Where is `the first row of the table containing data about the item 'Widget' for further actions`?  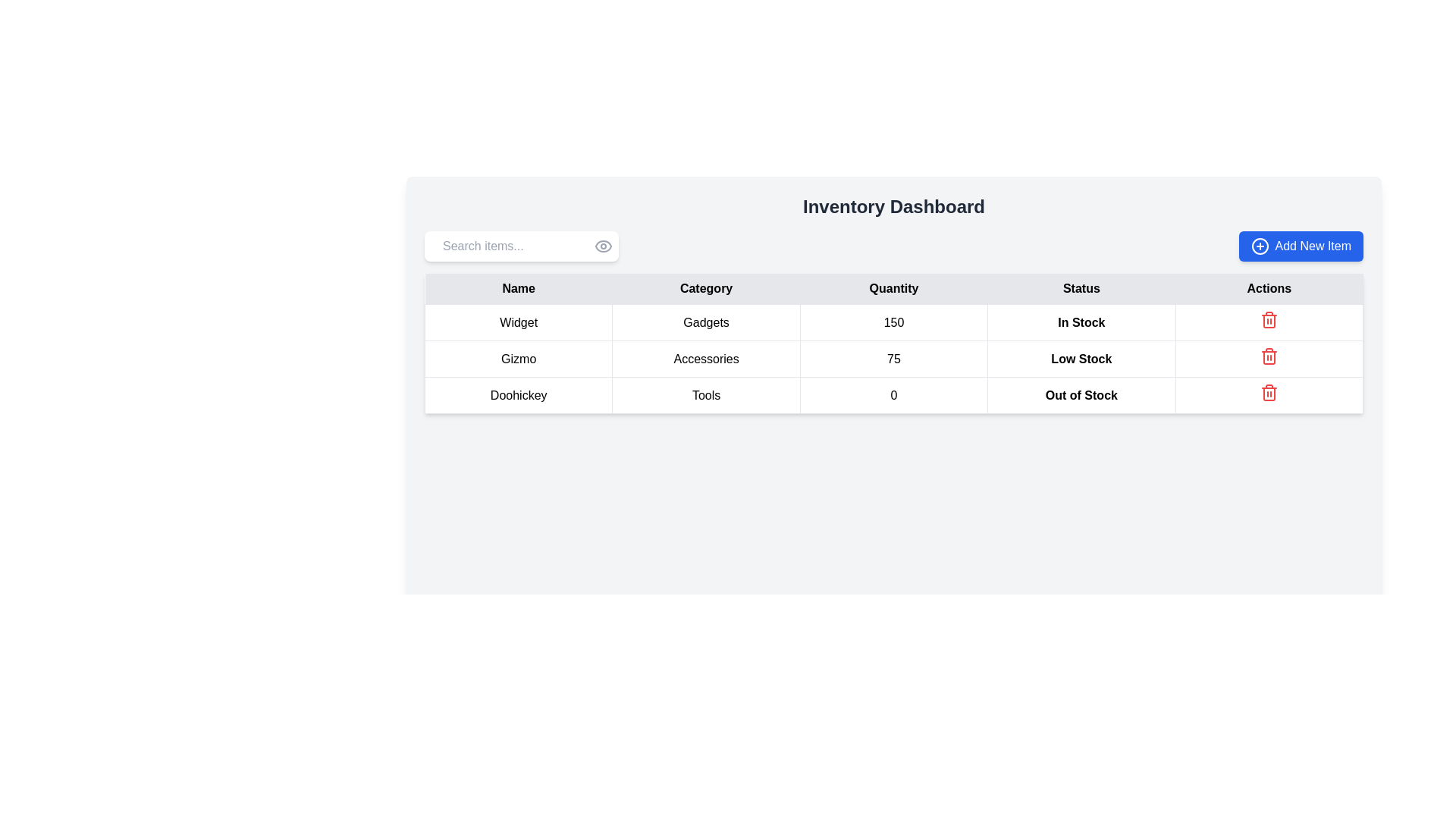 the first row of the table containing data about the item 'Widget' for further actions is located at coordinates (894, 321).